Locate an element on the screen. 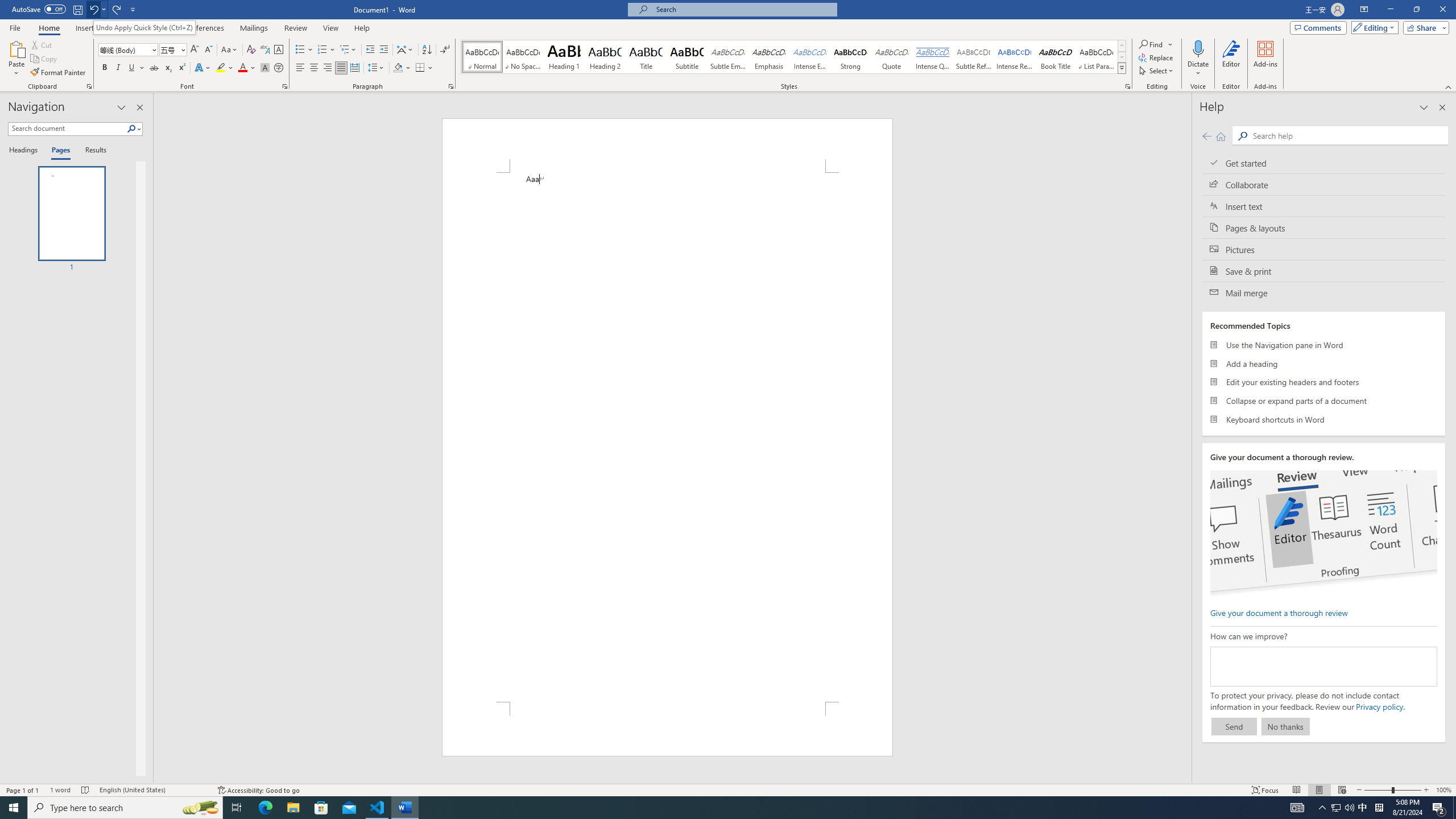 The image size is (1456, 819). 'Privacy policy' is located at coordinates (1379, 706).